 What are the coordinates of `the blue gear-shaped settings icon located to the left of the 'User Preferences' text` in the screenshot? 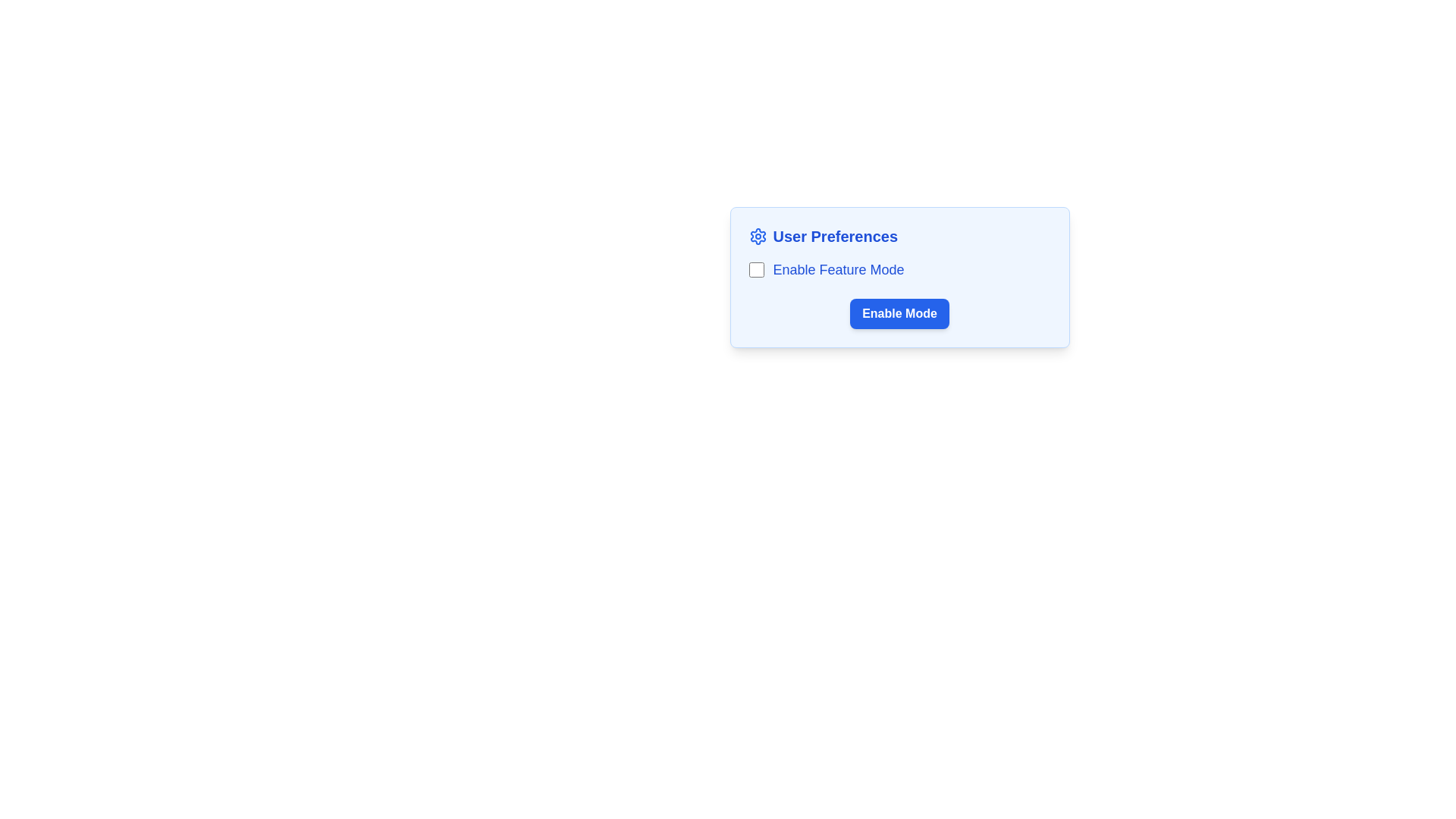 It's located at (758, 237).